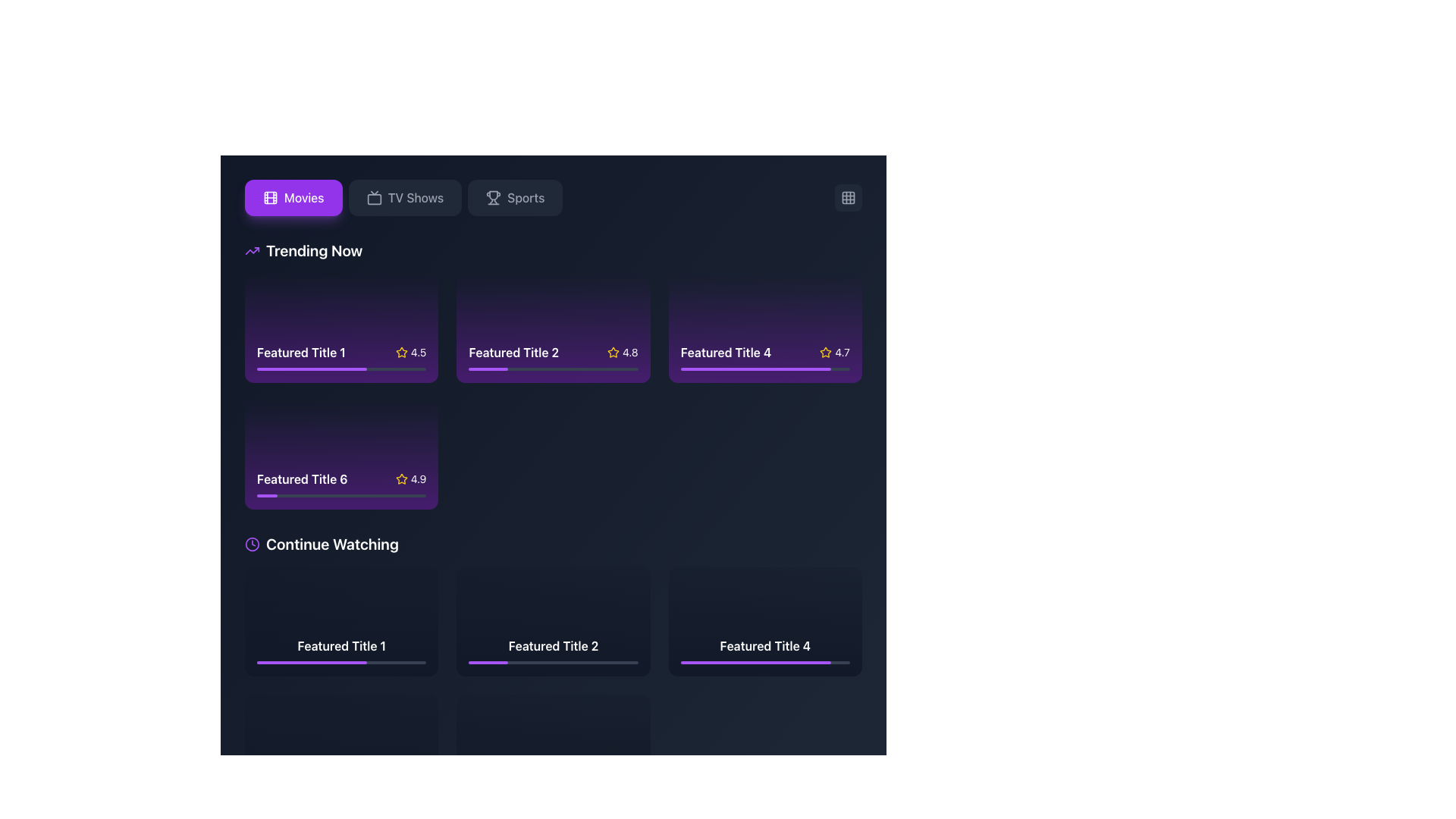 This screenshot has width=1456, height=819. Describe the element at coordinates (765, 327) in the screenshot. I see `the third interactive card in the 'Trending Now' section` at that location.